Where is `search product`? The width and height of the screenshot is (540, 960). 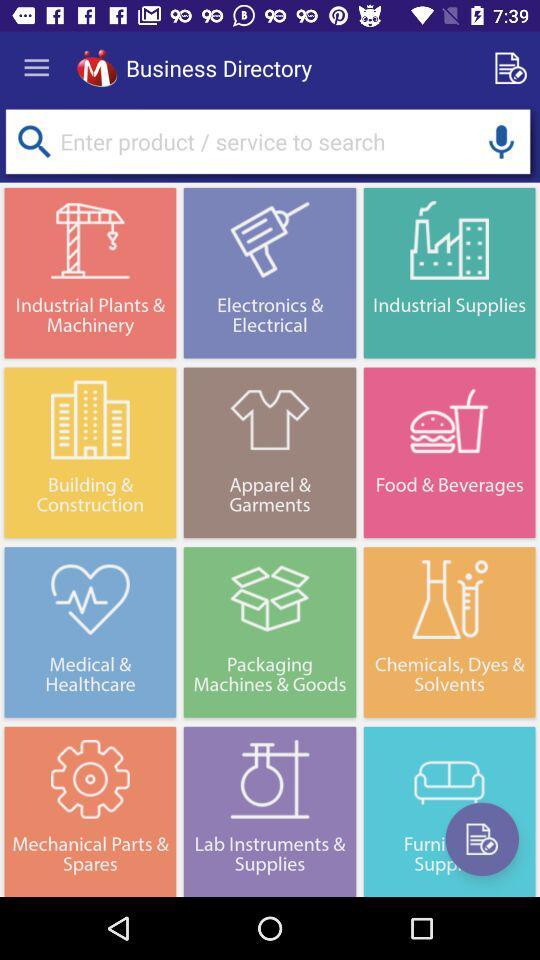 search product is located at coordinates (33, 140).